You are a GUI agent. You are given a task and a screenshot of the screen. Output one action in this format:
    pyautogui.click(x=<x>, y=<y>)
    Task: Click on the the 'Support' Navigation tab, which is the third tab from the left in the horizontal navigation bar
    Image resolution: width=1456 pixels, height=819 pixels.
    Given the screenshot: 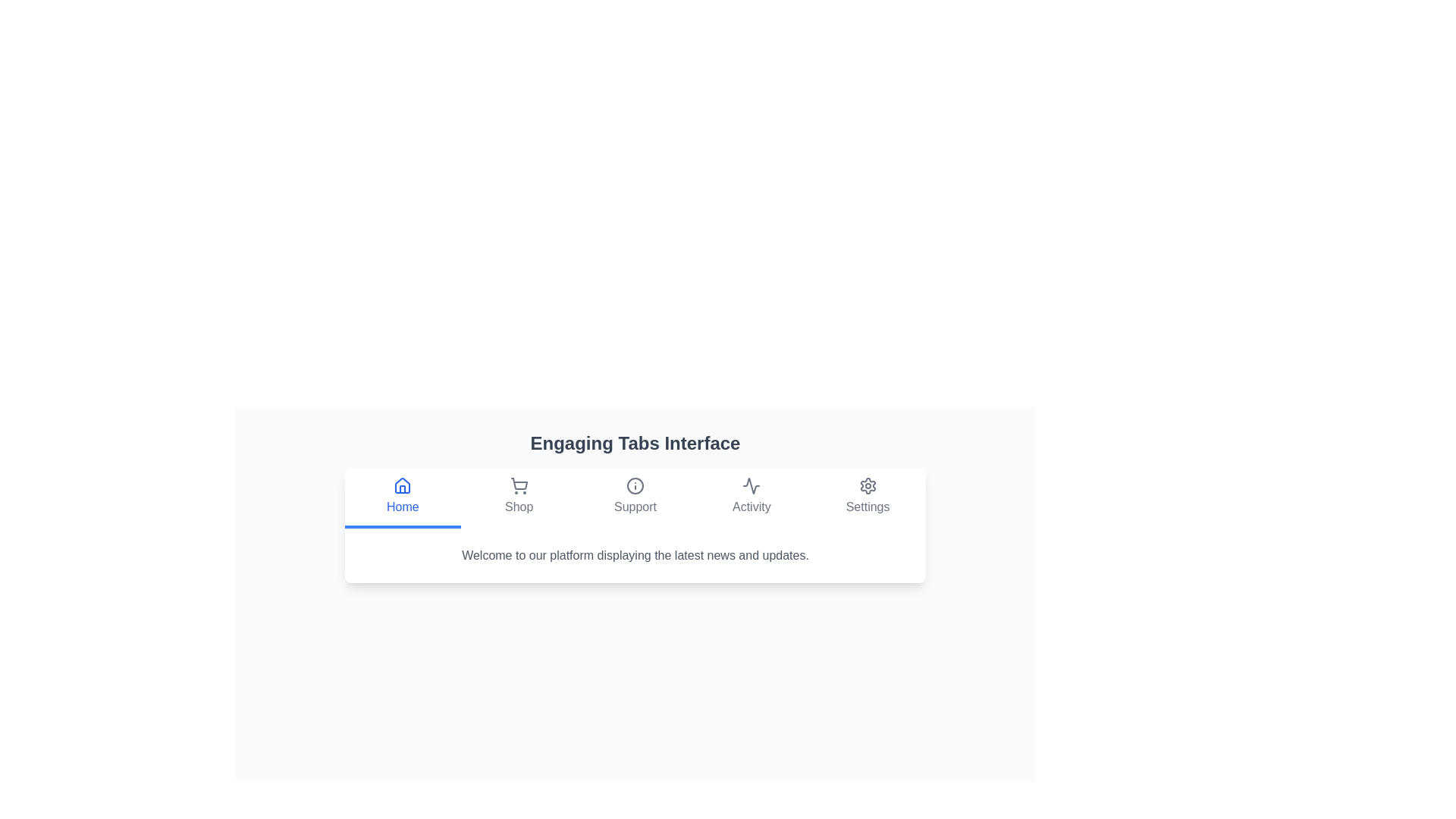 What is the action you would take?
    pyautogui.click(x=635, y=497)
    